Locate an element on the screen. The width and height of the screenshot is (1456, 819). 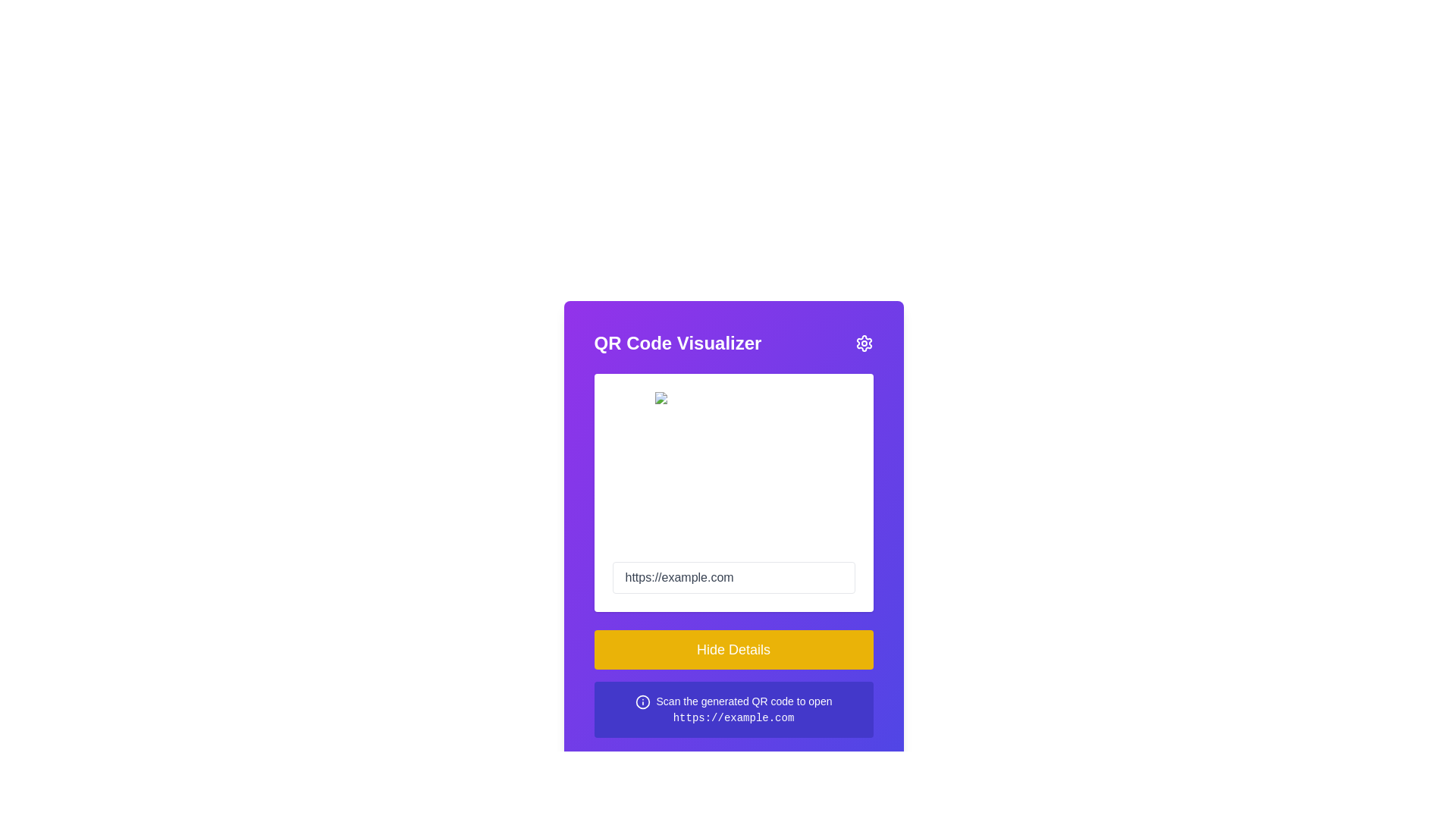
the informational text box with a blue background that contains the text 'Scan the generated QR code is located at coordinates (733, 710).